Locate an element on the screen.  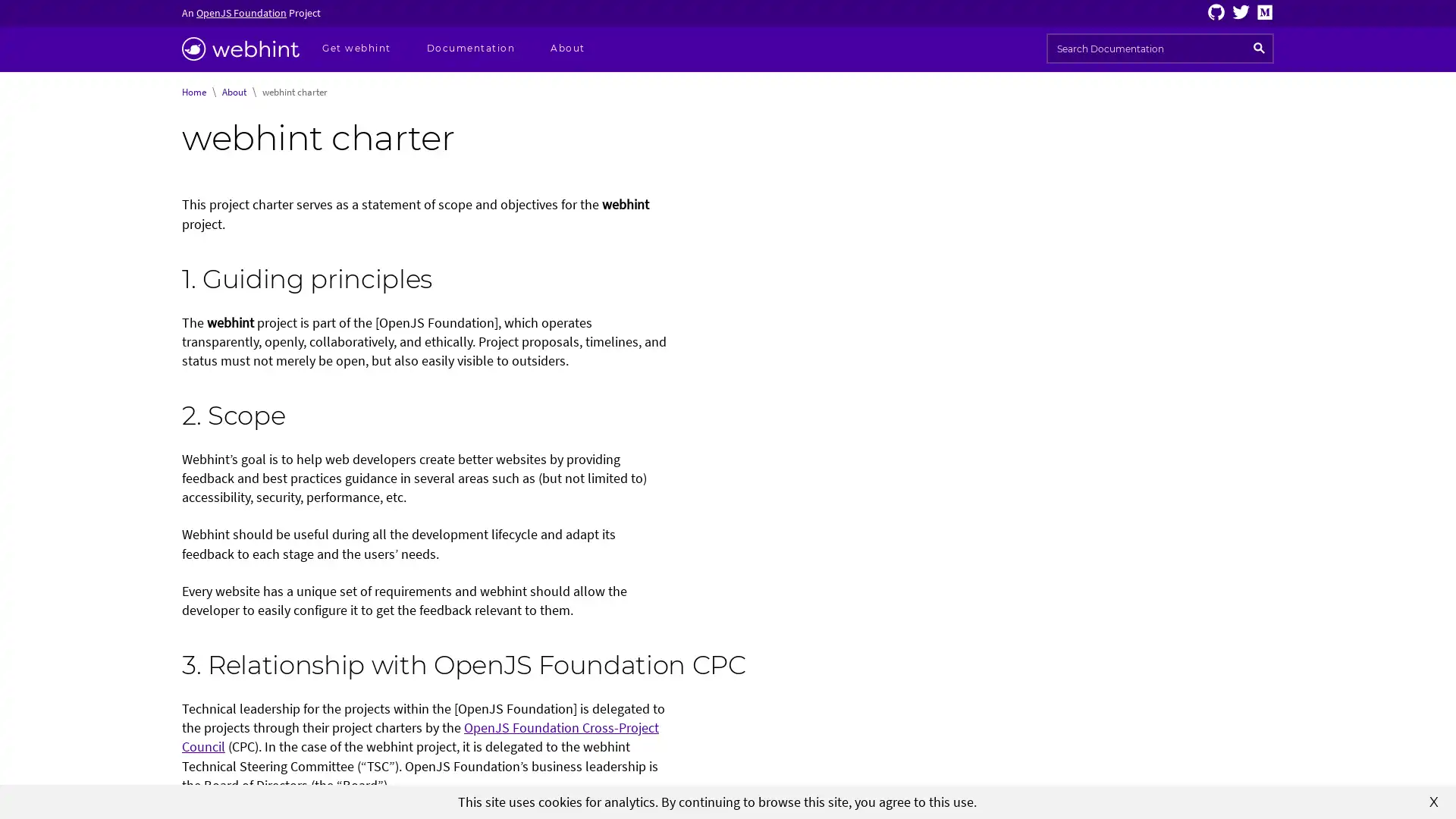
search is located at coordinates (1259, 48).